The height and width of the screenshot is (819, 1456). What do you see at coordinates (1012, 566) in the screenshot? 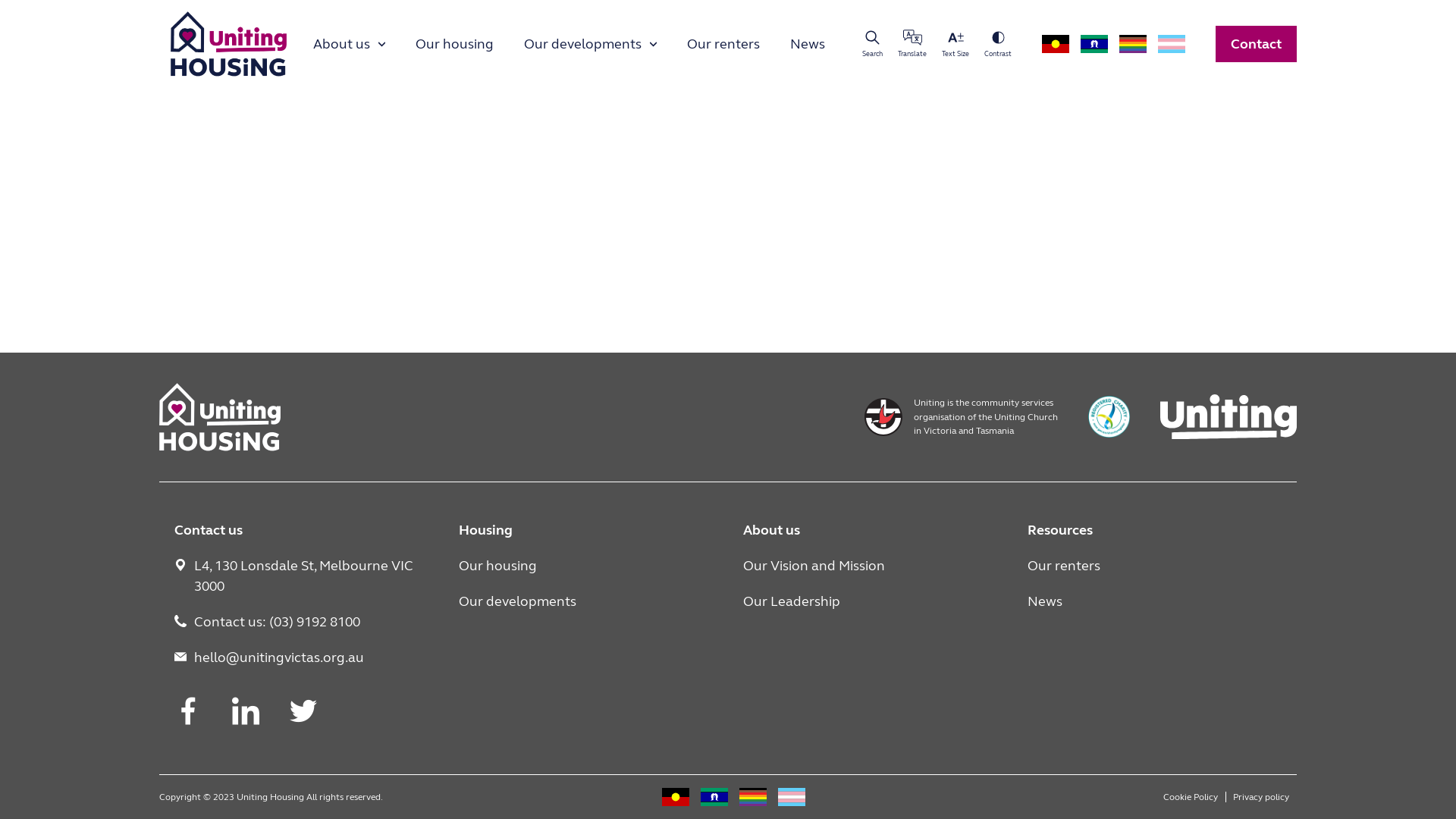
I see `'Our renters'` at bounding box center [1012, 566].